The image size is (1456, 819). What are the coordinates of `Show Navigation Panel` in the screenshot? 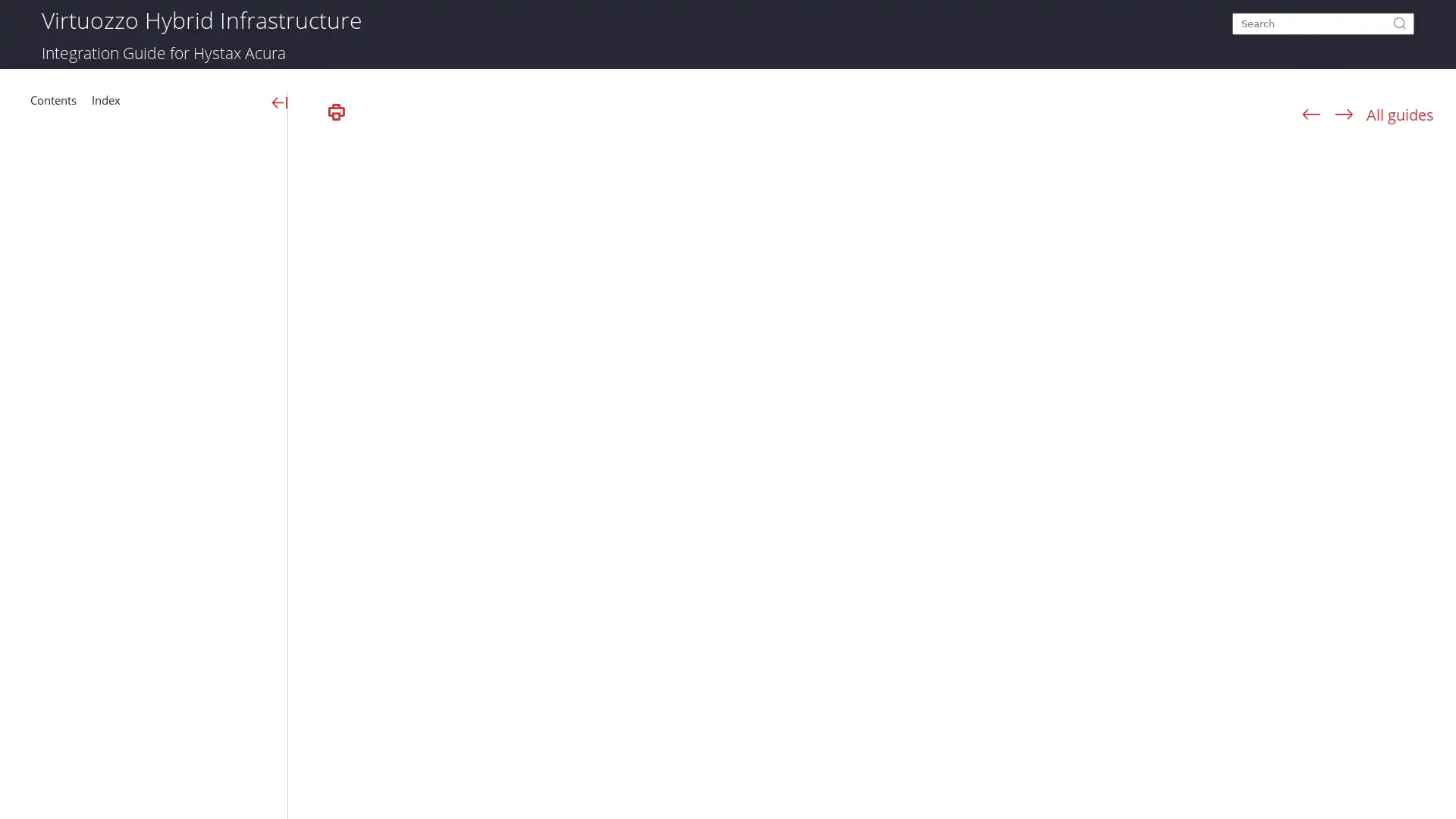 It's located at (280, 102).